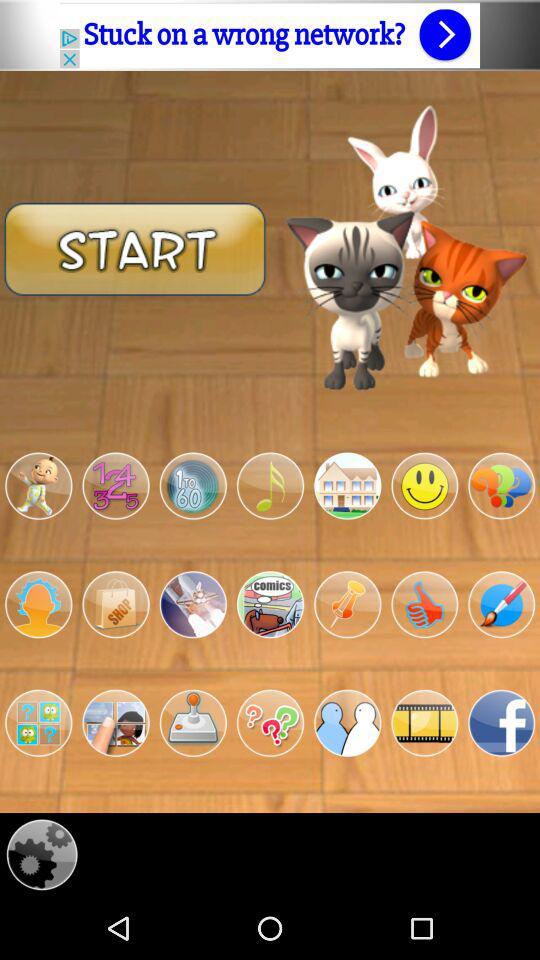 Image resolution: width=540 pixels, height=960 pixels. Describe the element at coordinates (193, 603) in the screenshot. I see `image option to play` at that location.